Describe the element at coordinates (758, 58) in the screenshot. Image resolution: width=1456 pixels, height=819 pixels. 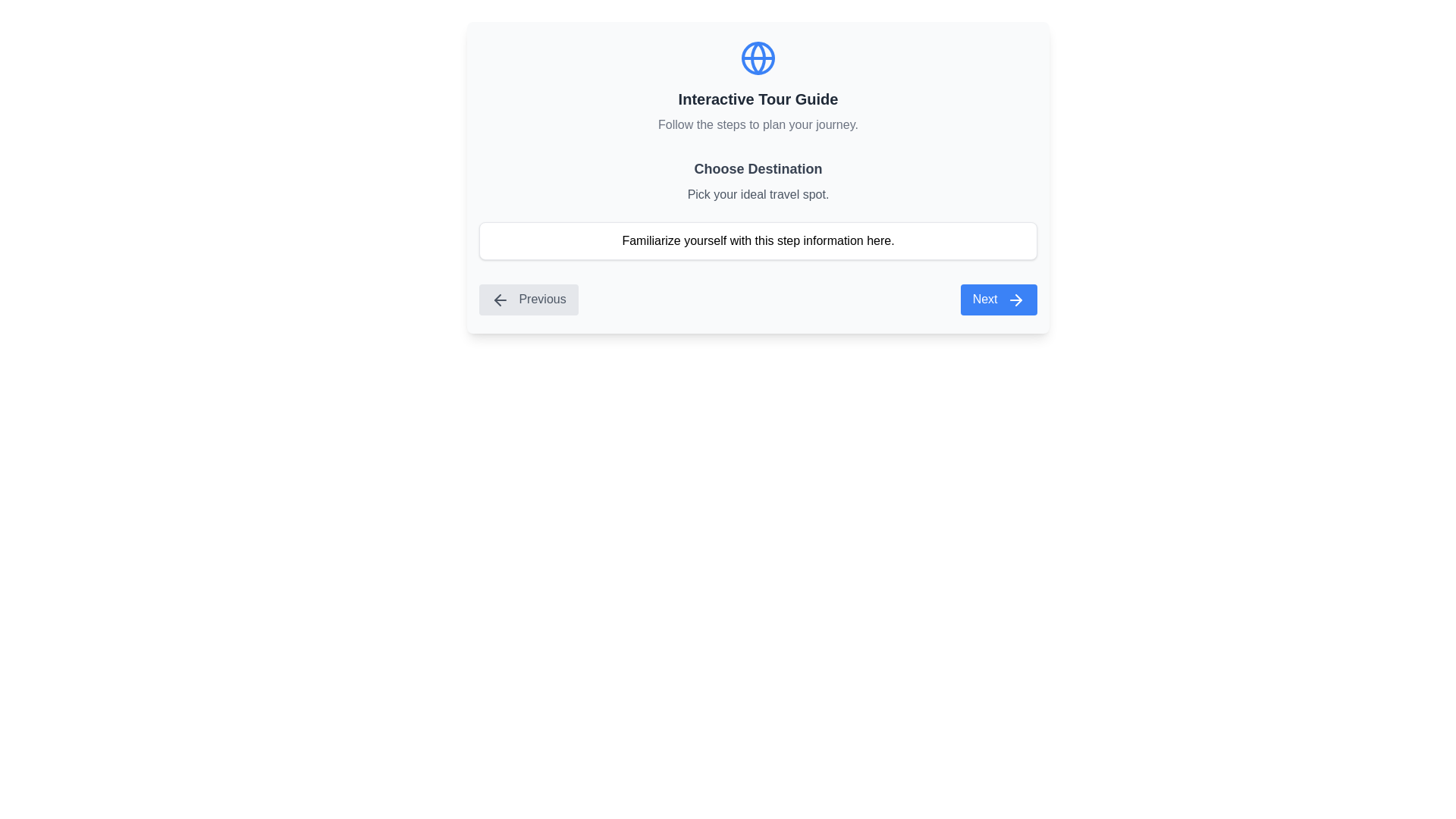
I see `the circular blue globe icon located at the top center of the content area, above the 'Interactive Tour Guide' text` at that location.